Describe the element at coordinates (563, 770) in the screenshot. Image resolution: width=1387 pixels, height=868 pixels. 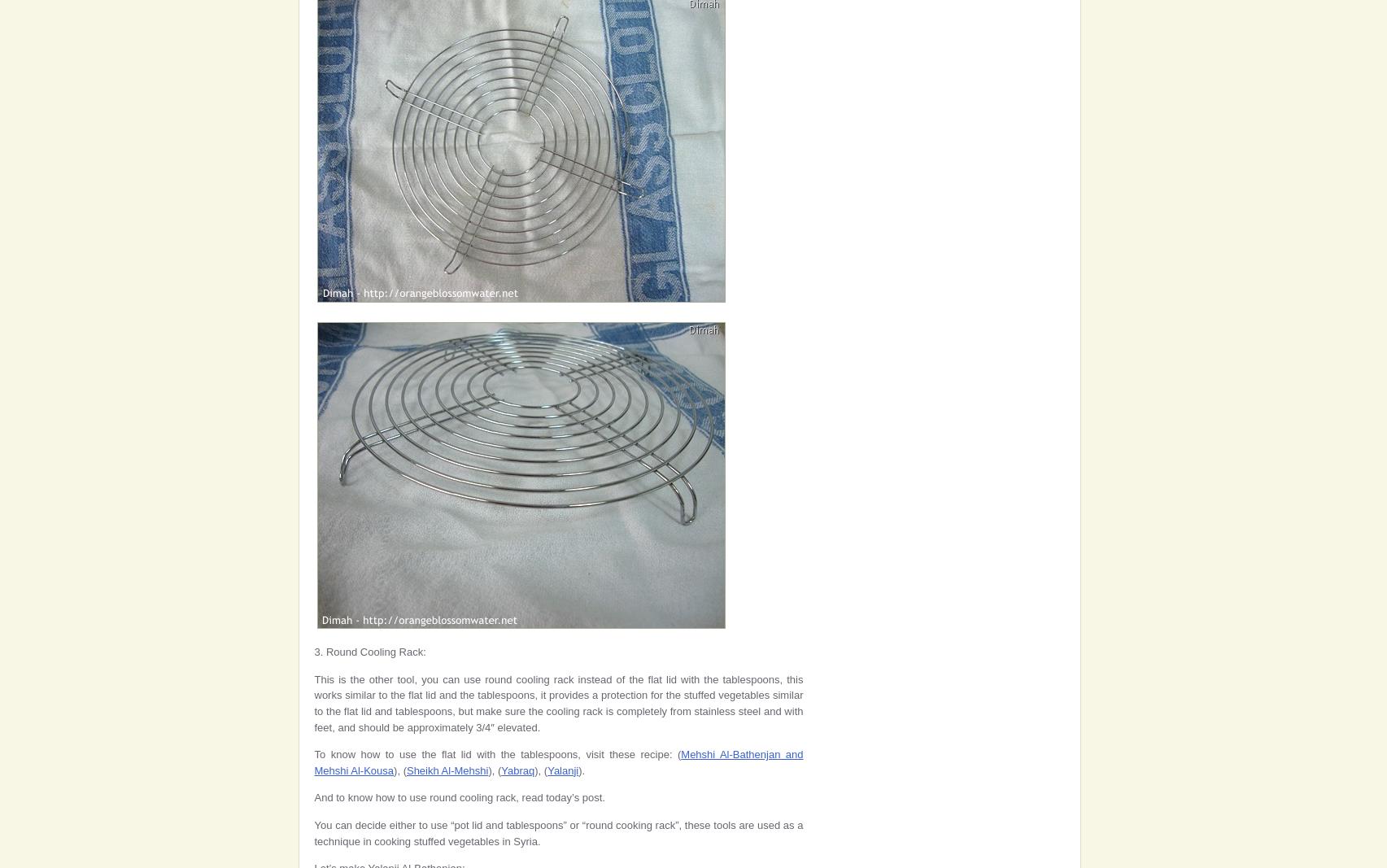
I see `'Yalanji'` at that location.